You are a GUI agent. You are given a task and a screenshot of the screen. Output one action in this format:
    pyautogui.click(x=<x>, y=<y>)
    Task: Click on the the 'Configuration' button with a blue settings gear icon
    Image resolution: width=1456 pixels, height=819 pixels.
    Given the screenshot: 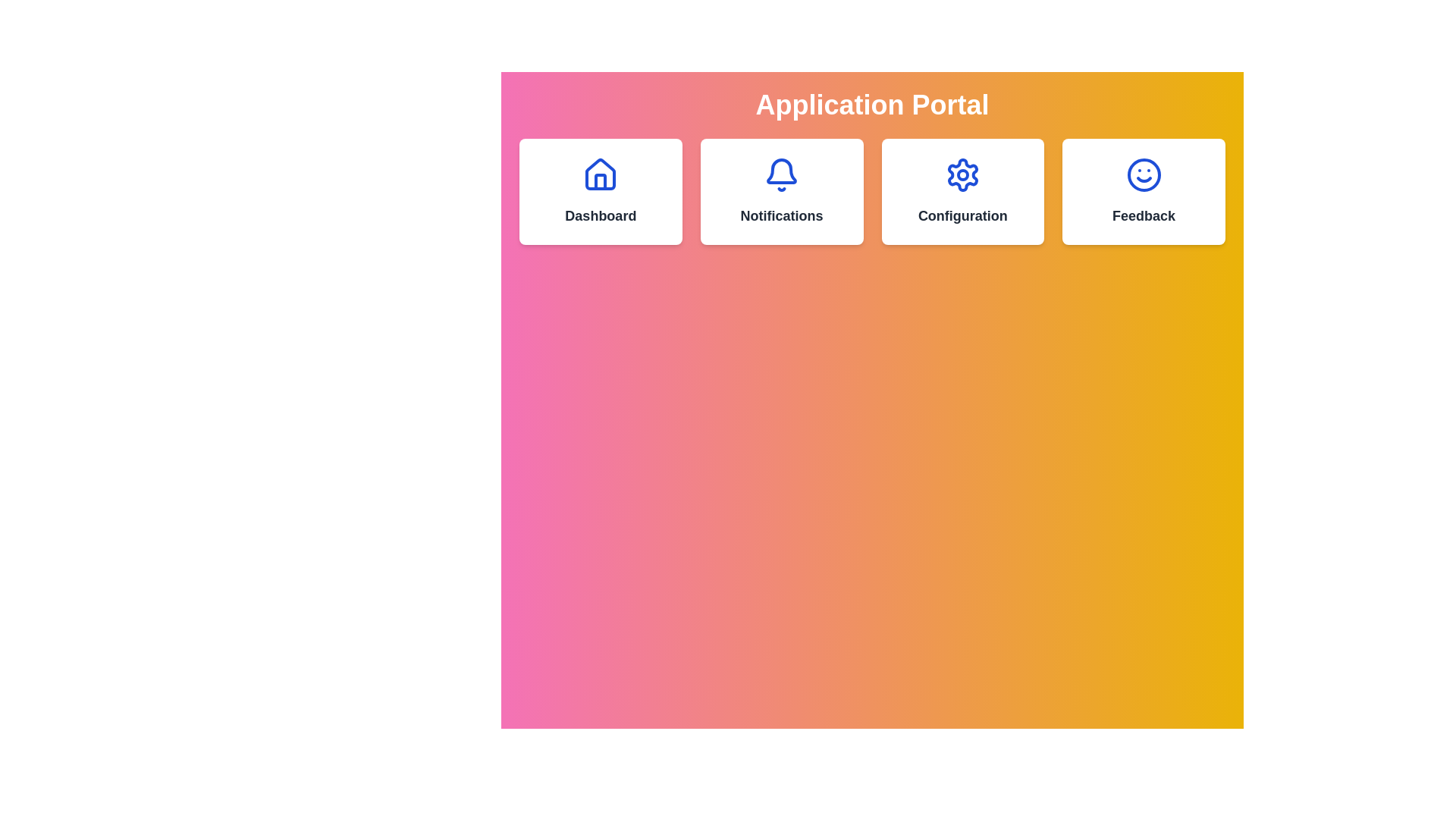 What is the action you would take?
    pyautogui.click(x=962, y=191)
    